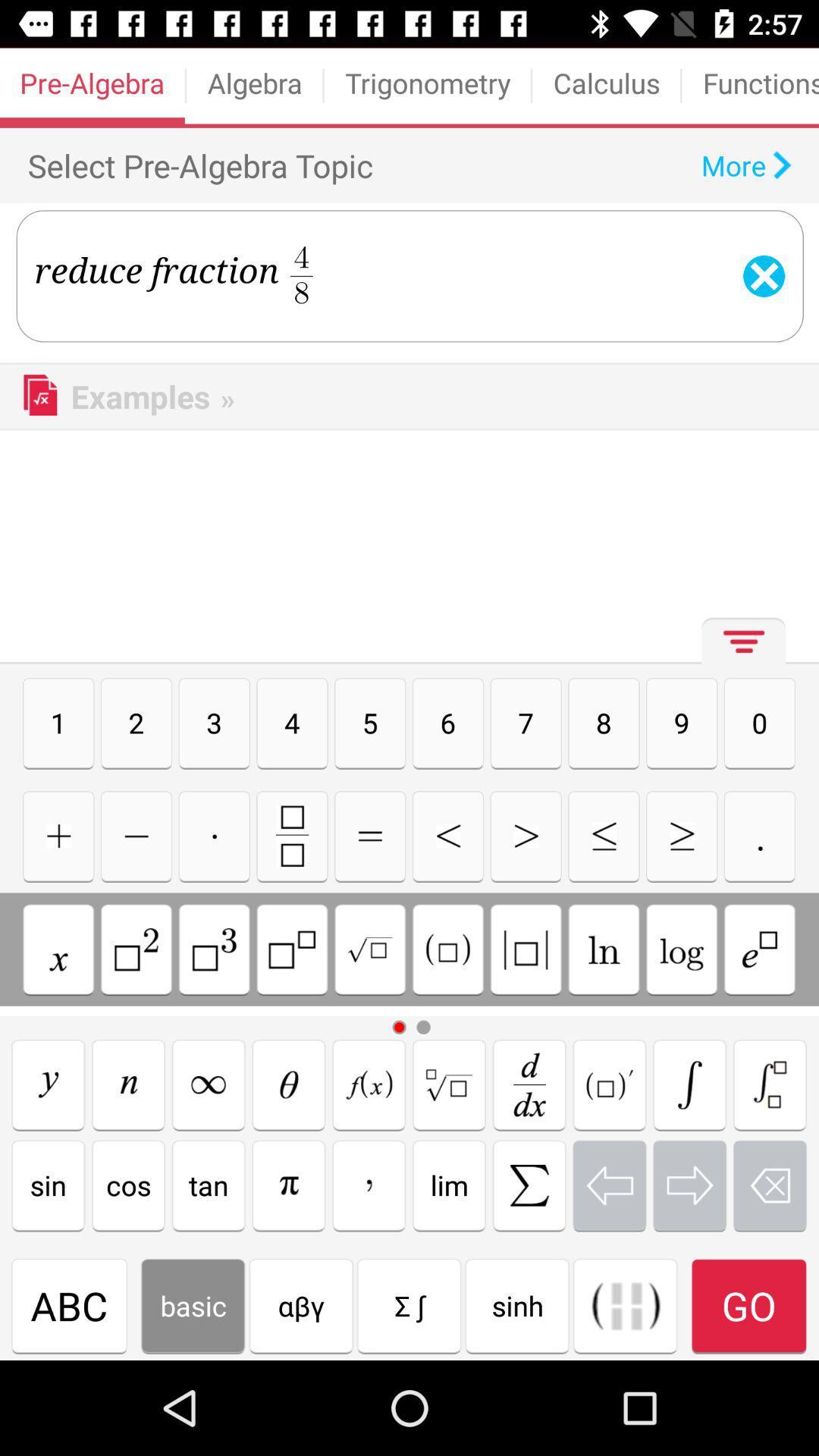 The image size is (819, 1456). What do you see at coordinates (626, 1305) in the screenshot?
I see `use mathematical function` at bounding box center [626, 1305].